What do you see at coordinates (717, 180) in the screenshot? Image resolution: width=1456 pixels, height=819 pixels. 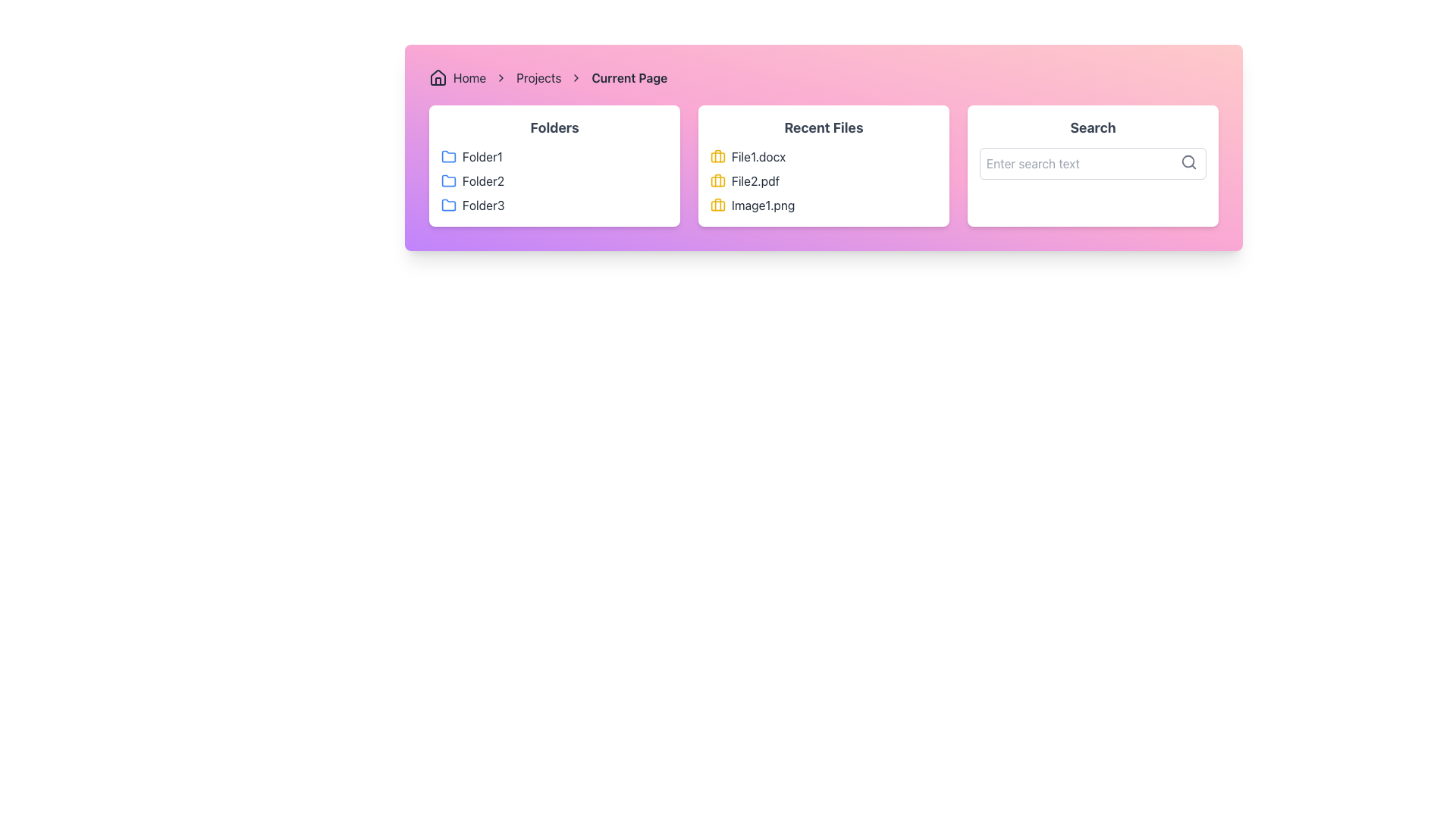 I see `the yellow briefcase icon located in the 'Recent Files' section adjacent to the text 'File2.pdf'` at bounding box center [717, 180].